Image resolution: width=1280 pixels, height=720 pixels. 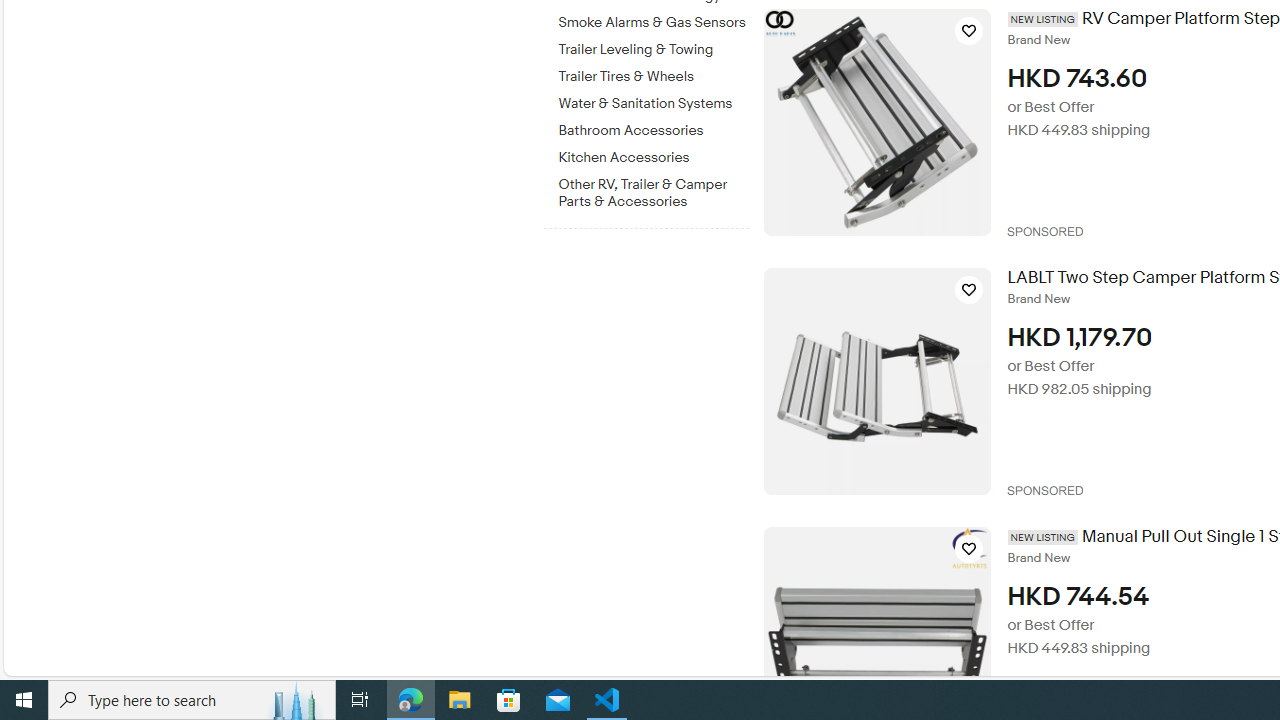 What do you see at coordinates (653, 72) in the screenshot?
I see `'Trailer Tires & Wheels'` at bounding box center [653, 72].